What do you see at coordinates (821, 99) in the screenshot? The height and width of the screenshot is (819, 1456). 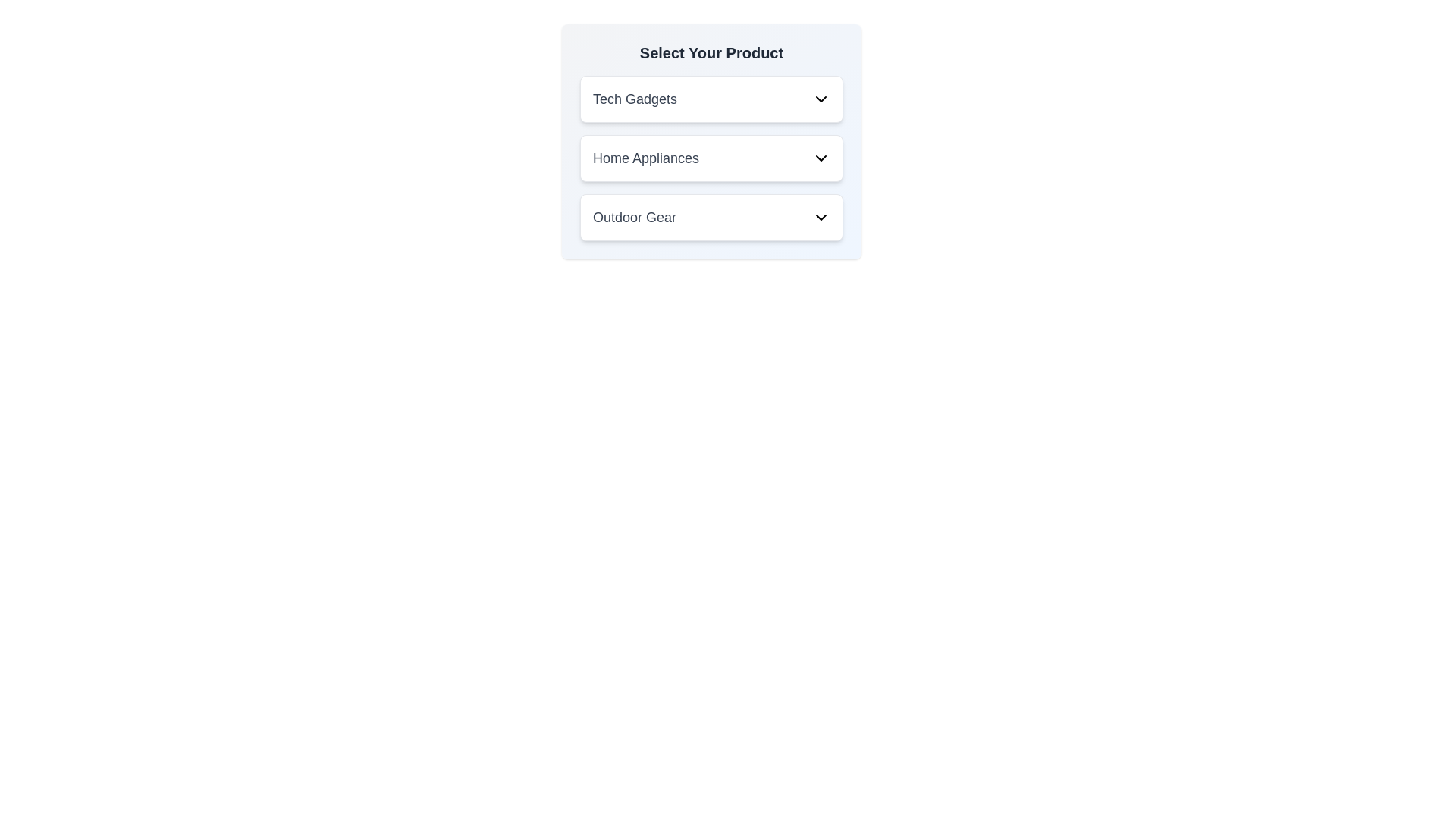 I see `the chevron icon button located on the far right side of the 'Tech Gadgets' button` at bounding box center [821, 99].